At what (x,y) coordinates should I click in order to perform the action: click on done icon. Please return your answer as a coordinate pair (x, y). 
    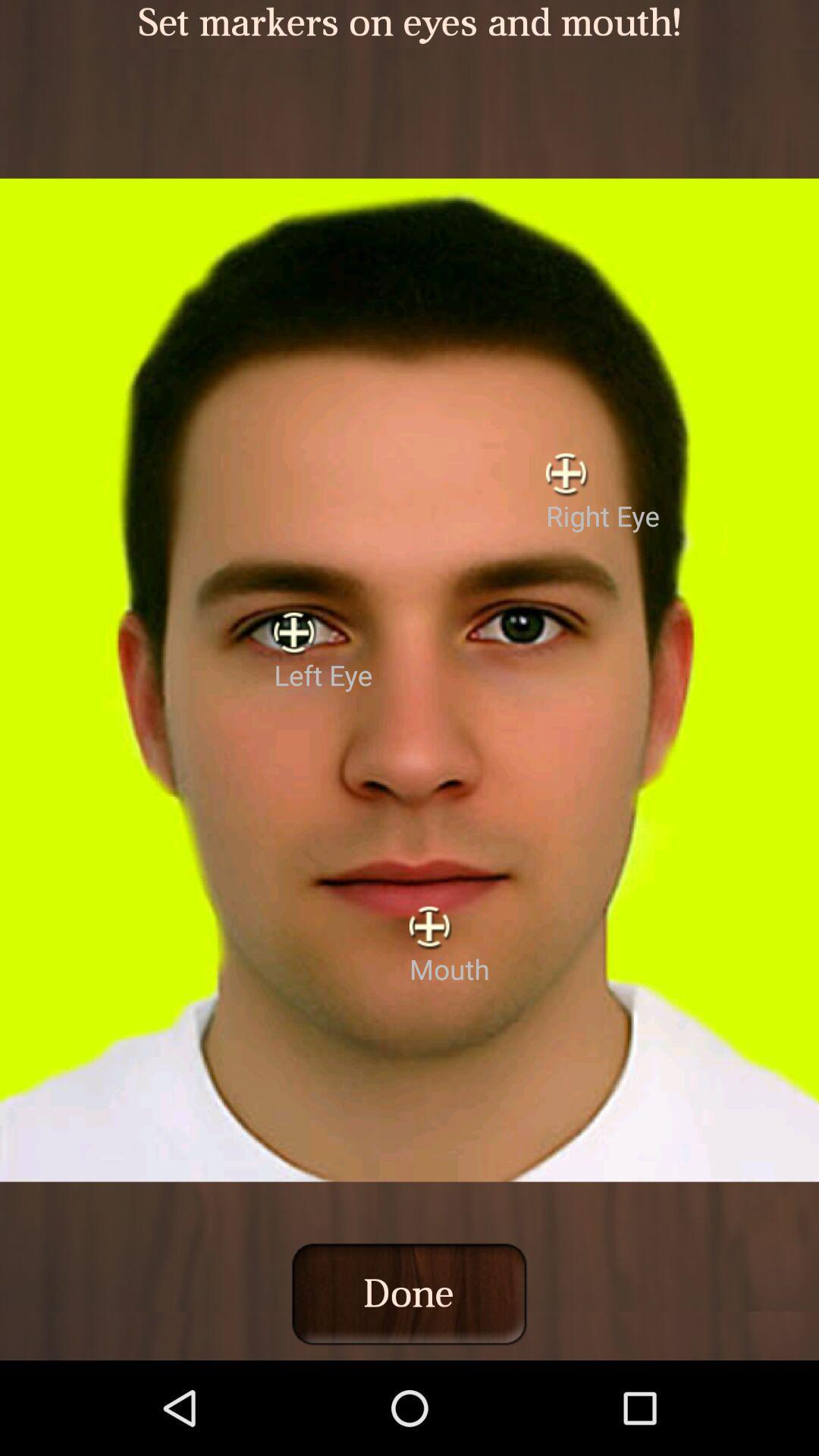
    Looking at the image, I should click on (408, 1293).